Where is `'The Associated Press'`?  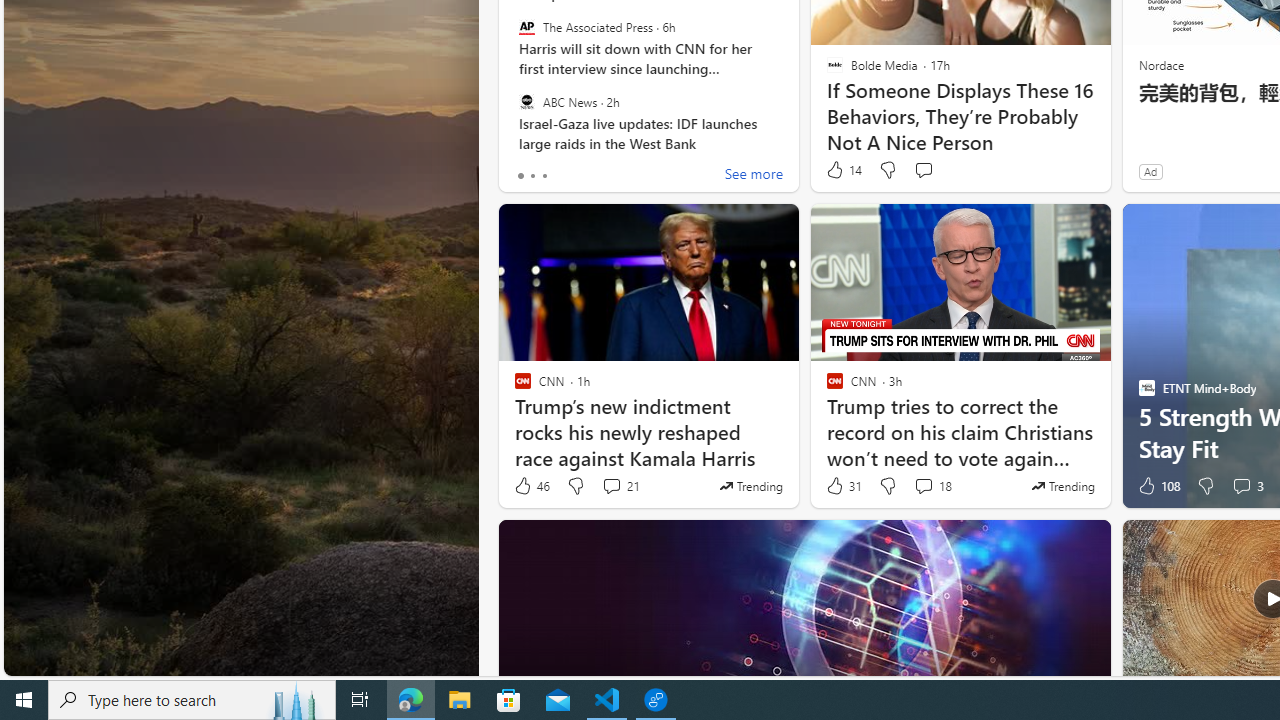
'The Associated Press' is located at coordinates (526, 27).